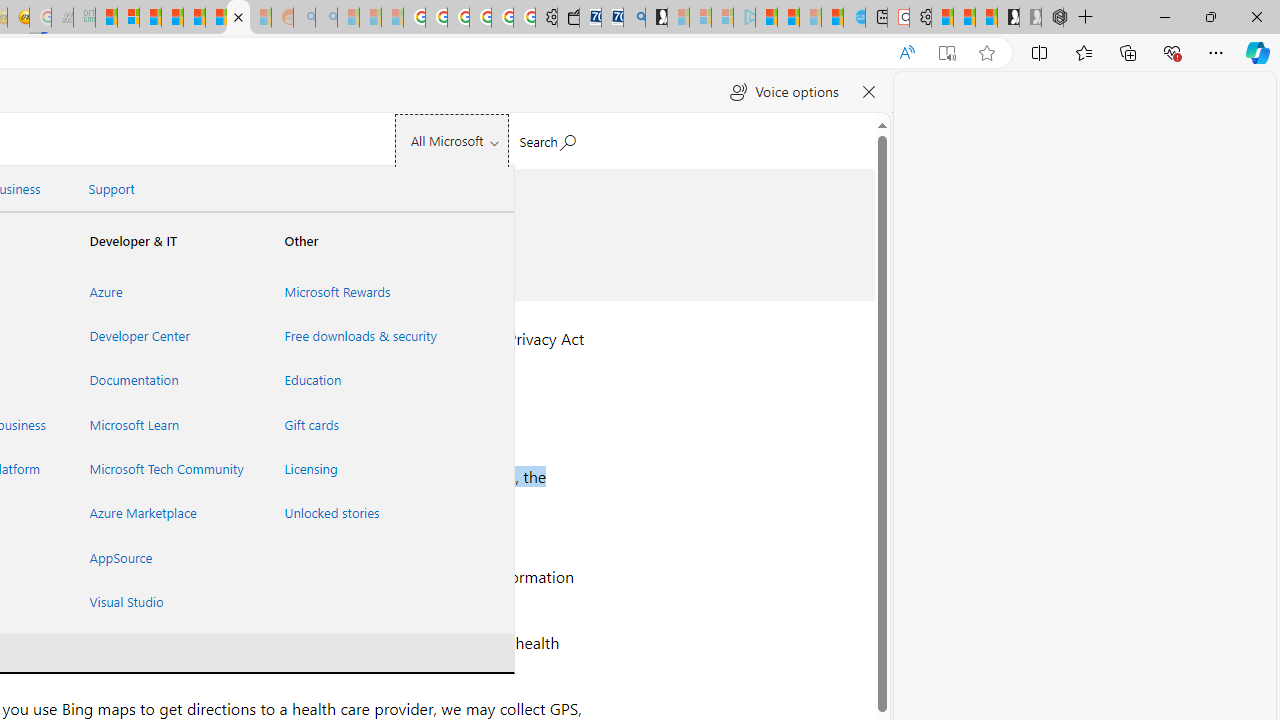  What do you see at coordinates (163, 468) in the screenshot?
I see `'Microsoft Tech Community'` at bounding box center [163, 468].